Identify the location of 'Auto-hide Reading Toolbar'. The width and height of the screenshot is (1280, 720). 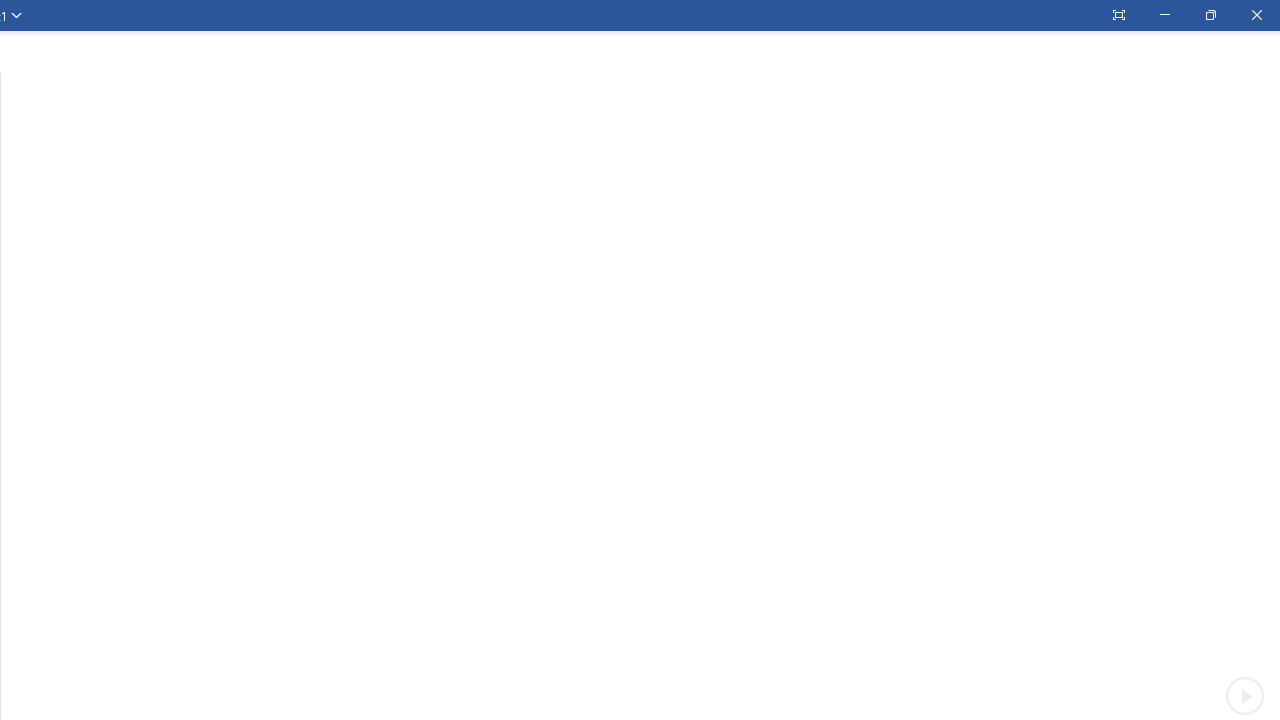
(1117, 15).